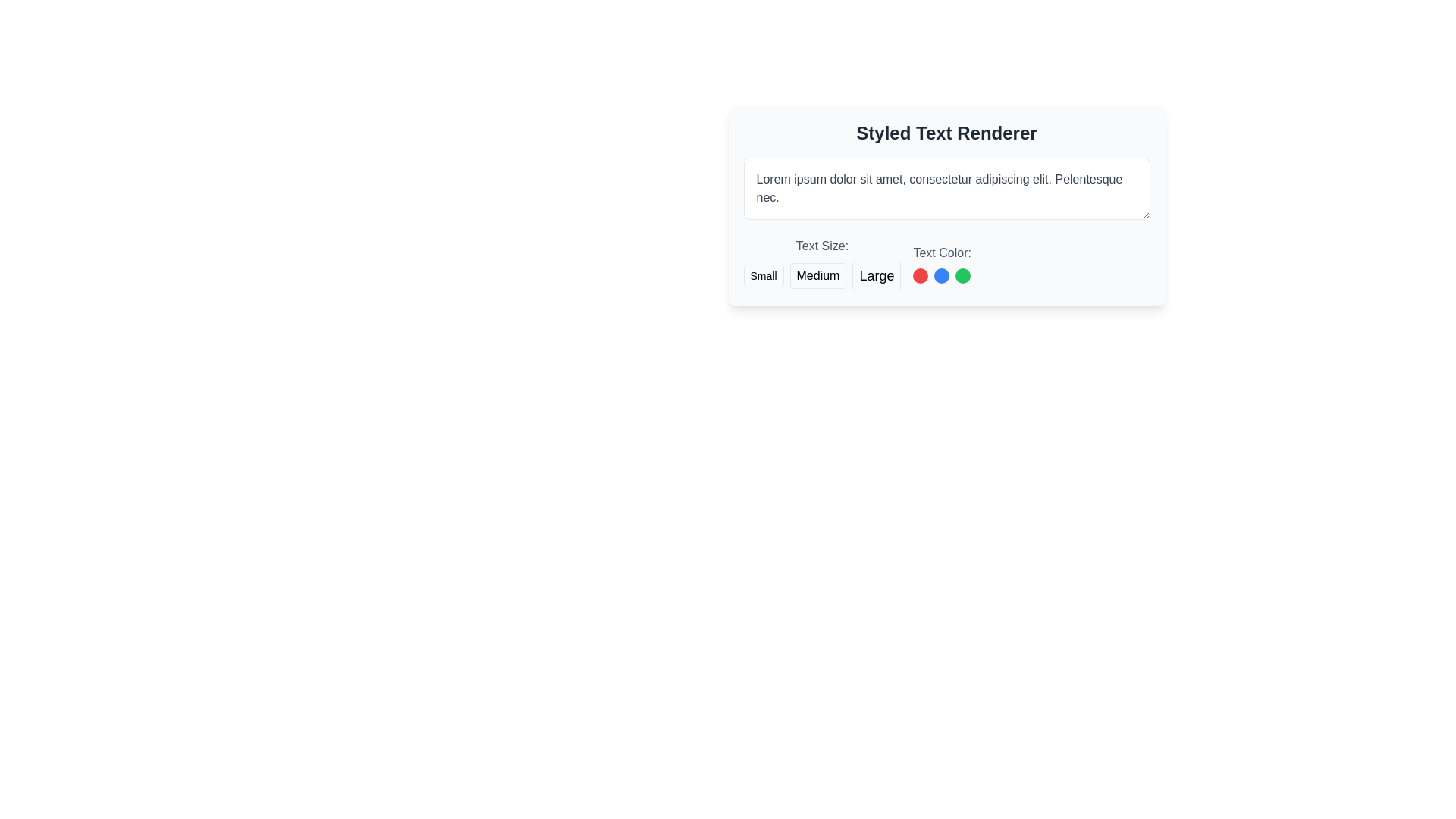 This screenshot has width=1456, height=819. What do you see at coordinates (941, 275) in the screenshot?
I see `the second circular button with a blue background` at bounding box center [941, 275].